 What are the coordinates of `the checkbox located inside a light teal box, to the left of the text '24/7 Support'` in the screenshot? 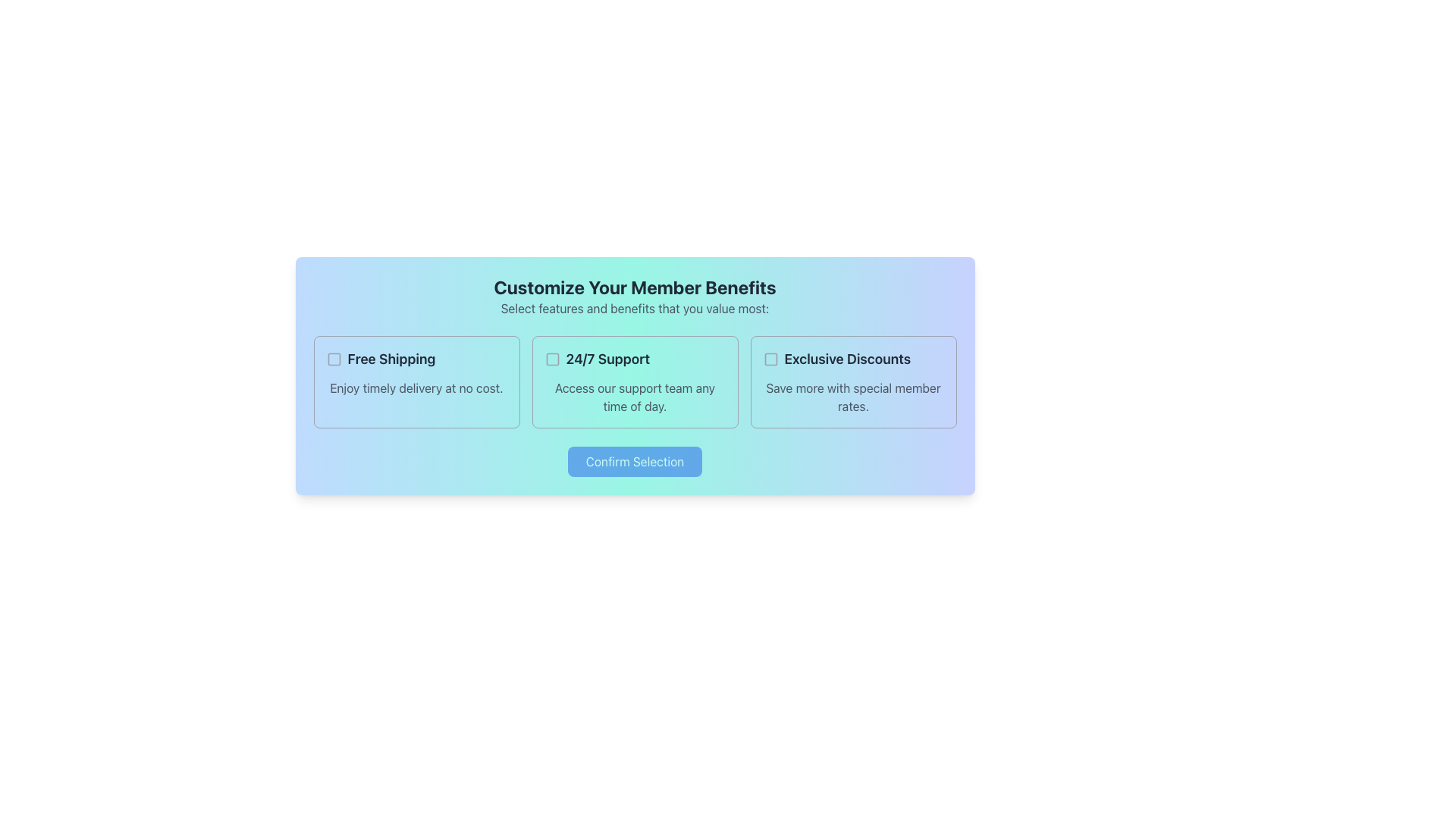 It's located at (551, 359).